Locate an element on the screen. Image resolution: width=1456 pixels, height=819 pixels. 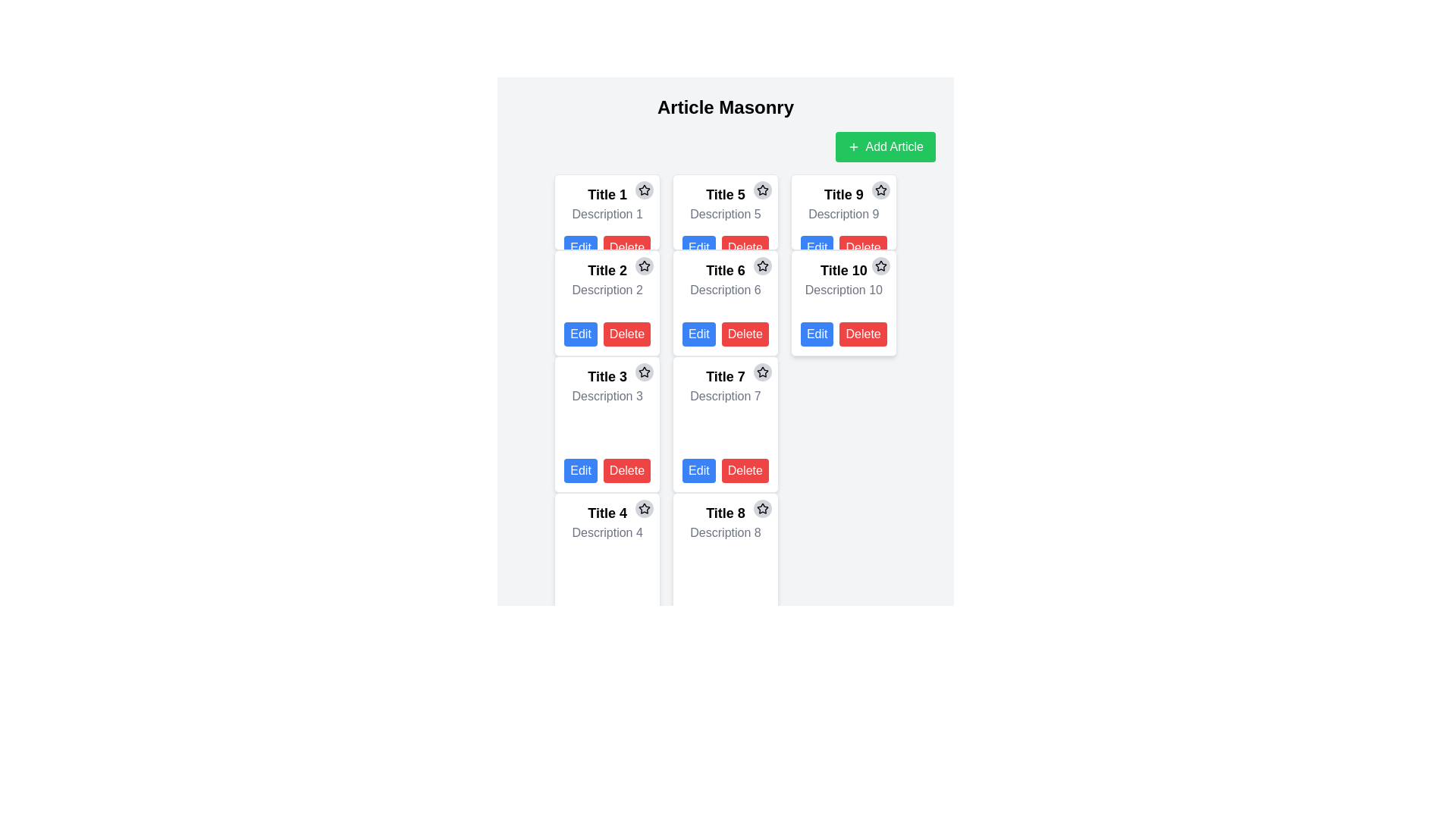
the edit button located at the bottom of the card labeled 'Title 2' is located at coordinates (580, 333).